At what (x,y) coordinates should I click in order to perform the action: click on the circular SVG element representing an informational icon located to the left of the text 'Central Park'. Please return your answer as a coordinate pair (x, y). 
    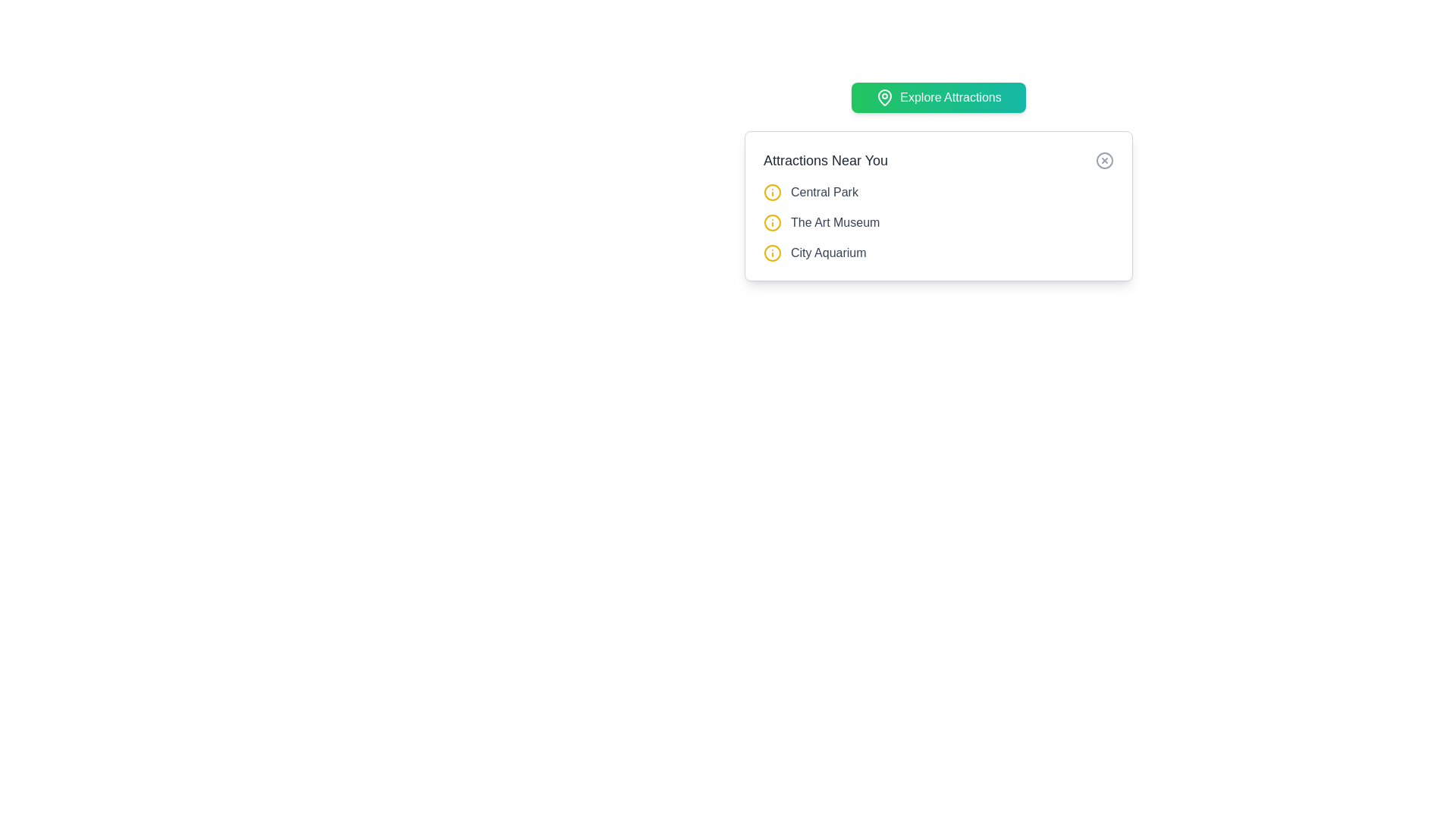
    Looking at the image, I should click on (772, 222).